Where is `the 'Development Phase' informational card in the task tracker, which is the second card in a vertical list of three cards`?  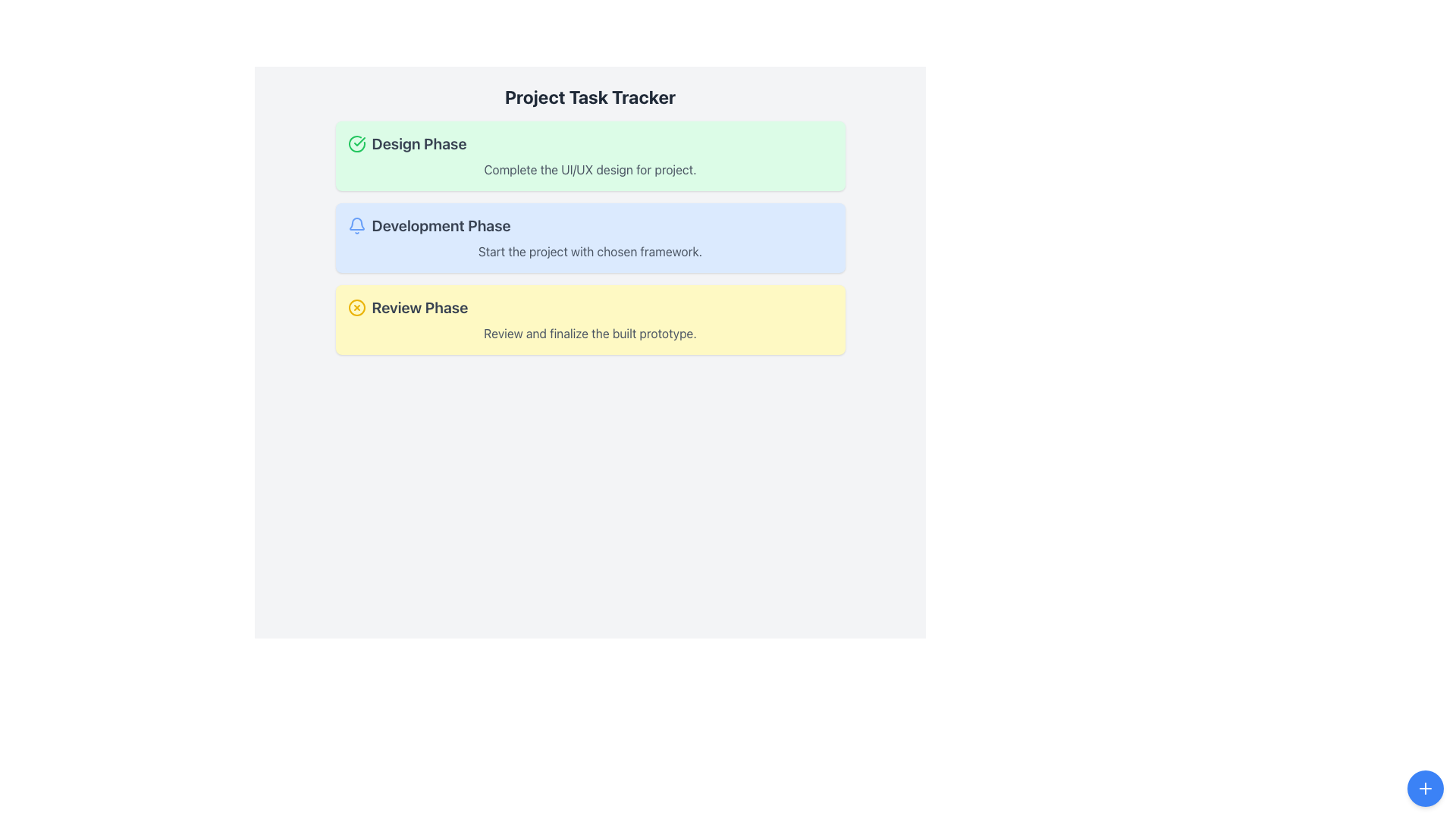 the 'Development Phase' informational card in the task tracker, which is the second card in a vertical list of three cards is located at coordinates (589, 237).